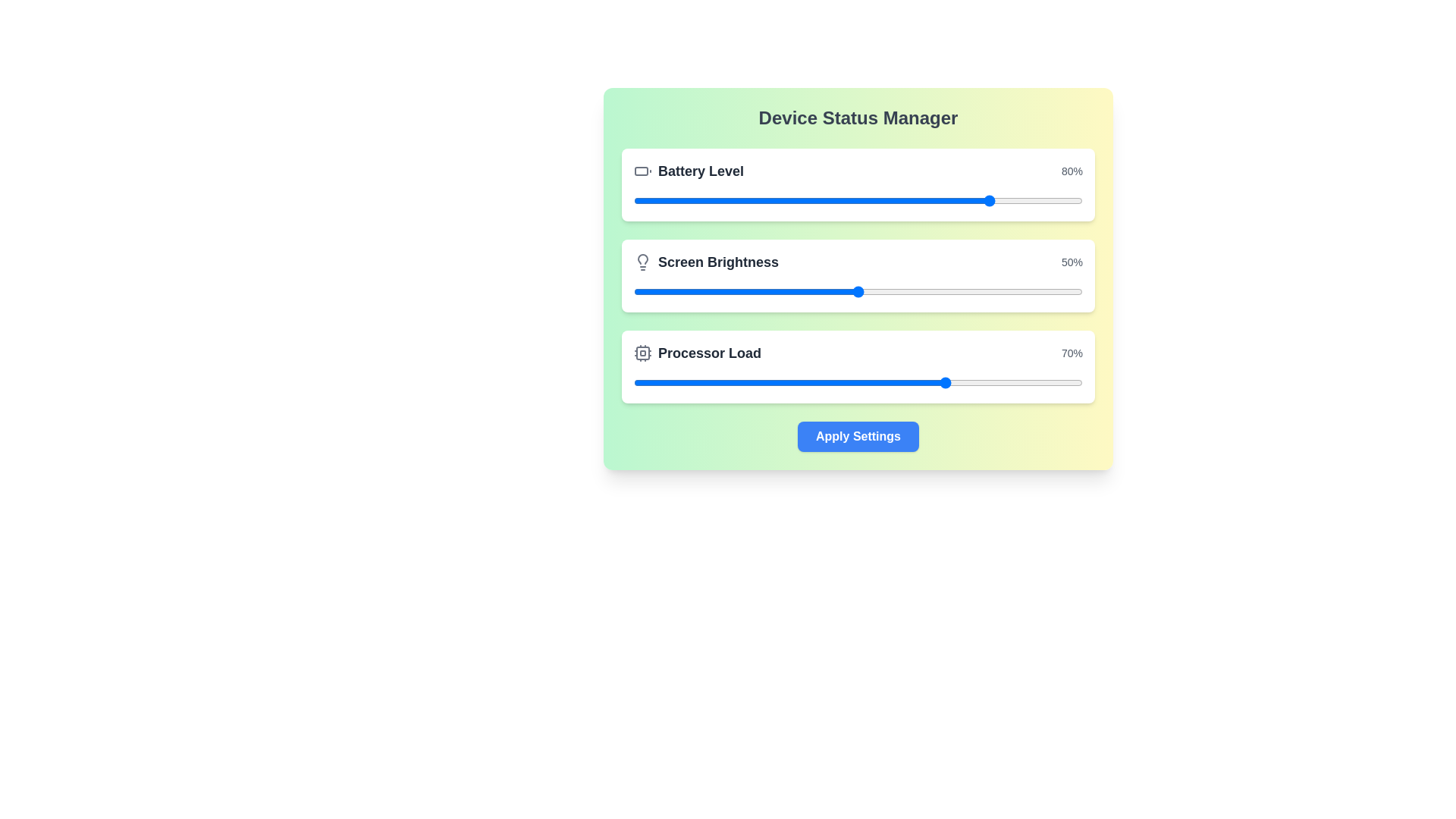 Image resolution: width=1456 pixels, height=819 pixels. Describe the element at coordinates (742, 200) in the screenshot. I see `the battery level slider` at that location.